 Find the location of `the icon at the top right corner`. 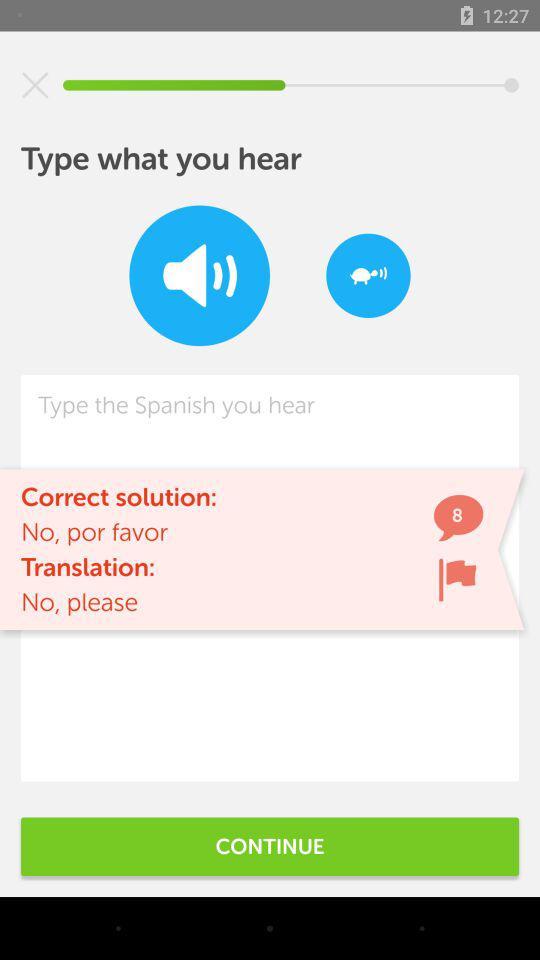

the icon at the top right corner is located at coordinates (367, 274).